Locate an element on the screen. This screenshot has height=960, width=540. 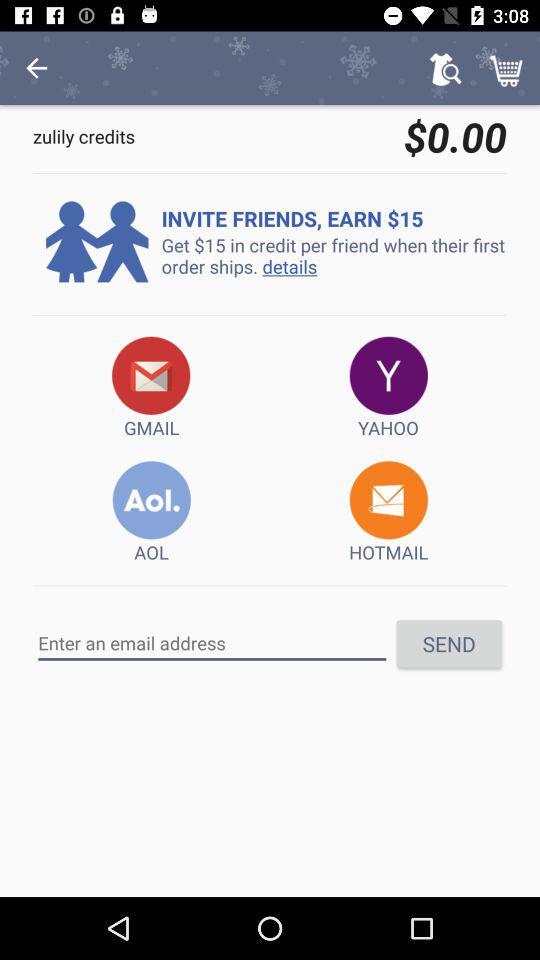
the item to the right of aol icon is located at coordinates (388, 512).